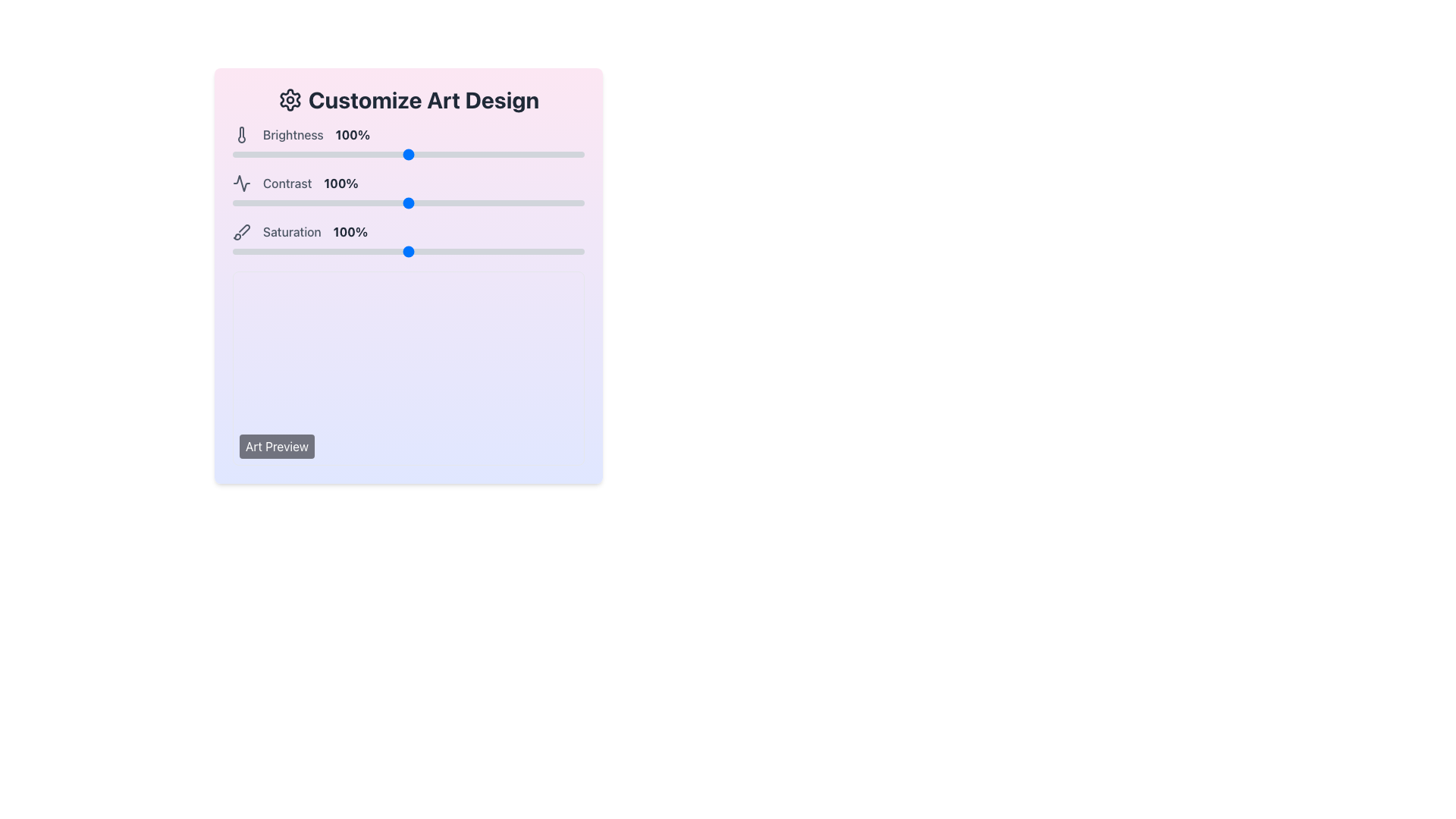 The width and height of the screenshot is (1456, 819). What do you see at coordinates (240, 183) in the screenshot?
I see `the waveform activity graph icon located to the left of the 'Contrast' label in the 'Customize Art Design' panel` at bounding box center [240, 183].